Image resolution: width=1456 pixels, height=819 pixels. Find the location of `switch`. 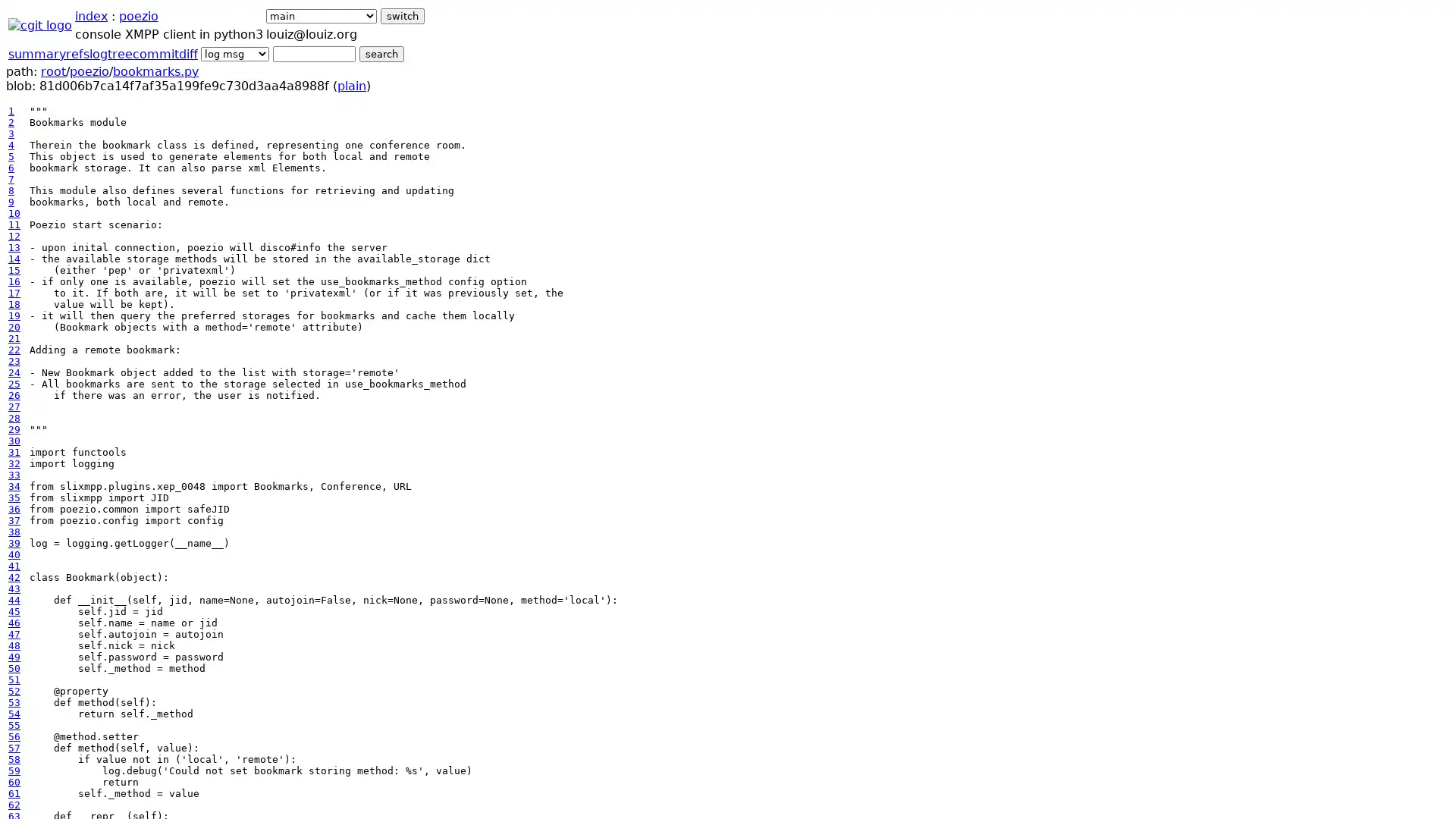

switch is located at coordinates (403, 16).